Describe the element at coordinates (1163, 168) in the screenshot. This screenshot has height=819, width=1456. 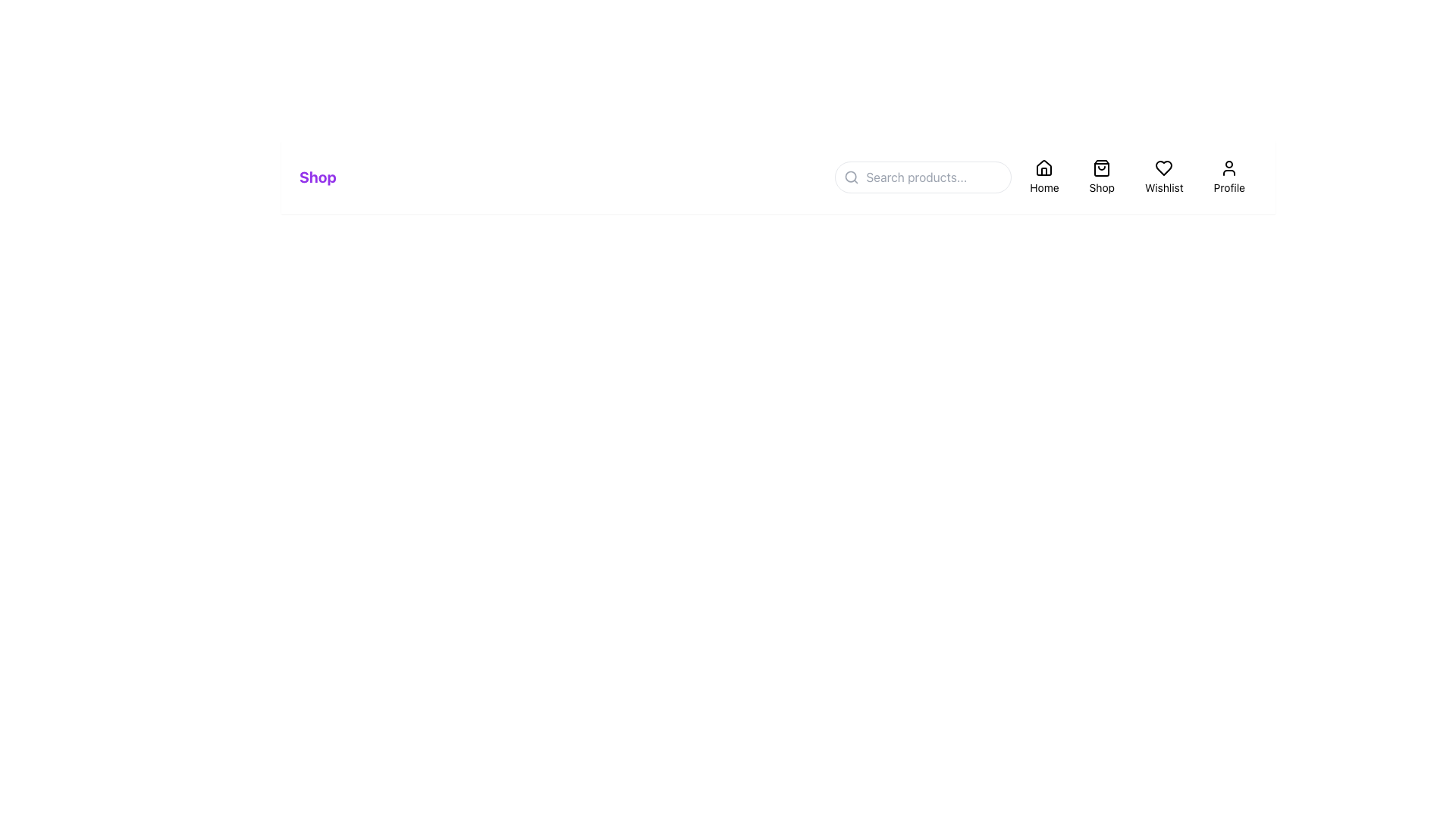
I see `the 'Wishlist' icon located in the top navigation bar, which is the third icon from the left` at that location.